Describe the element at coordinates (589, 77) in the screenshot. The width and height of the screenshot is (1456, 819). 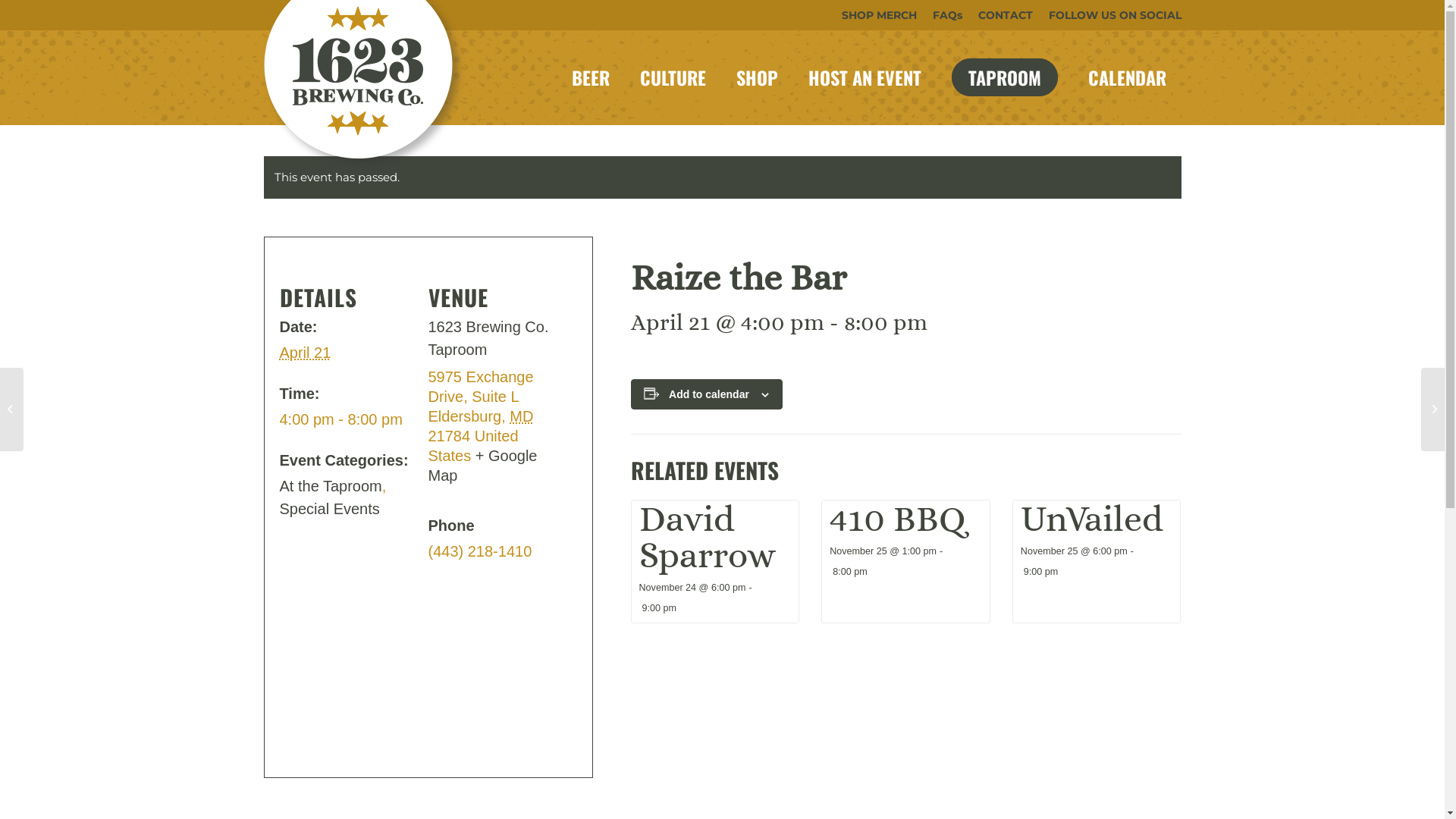
I see `'BEER'` at that location.